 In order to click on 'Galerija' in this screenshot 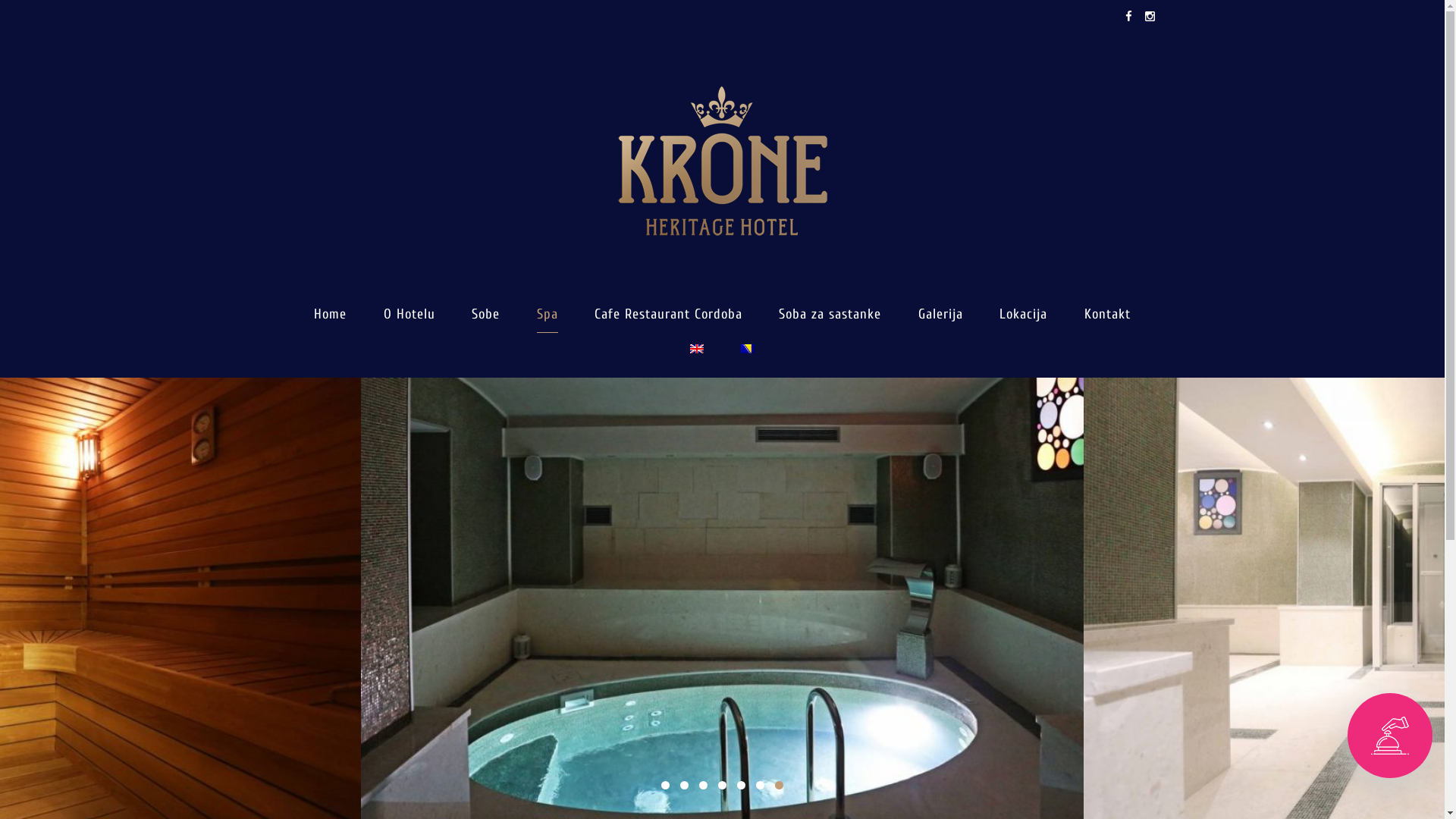, I will do `click(940, 314)`.